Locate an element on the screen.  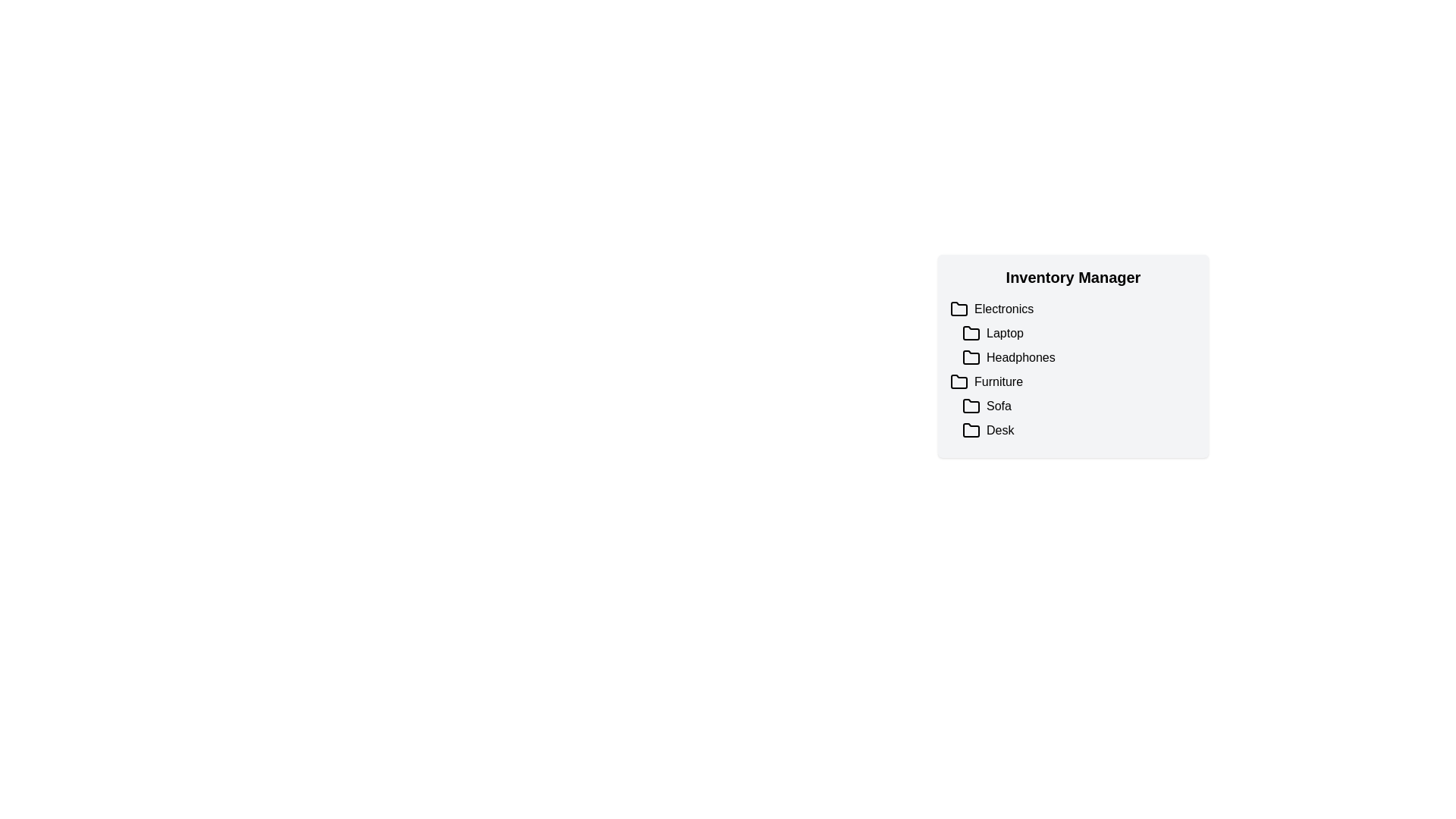
the 'Headphones' text label, which is the third item under 'Electronics' in the 'Inventory Manager' section is located at coordinates (1021, 357).